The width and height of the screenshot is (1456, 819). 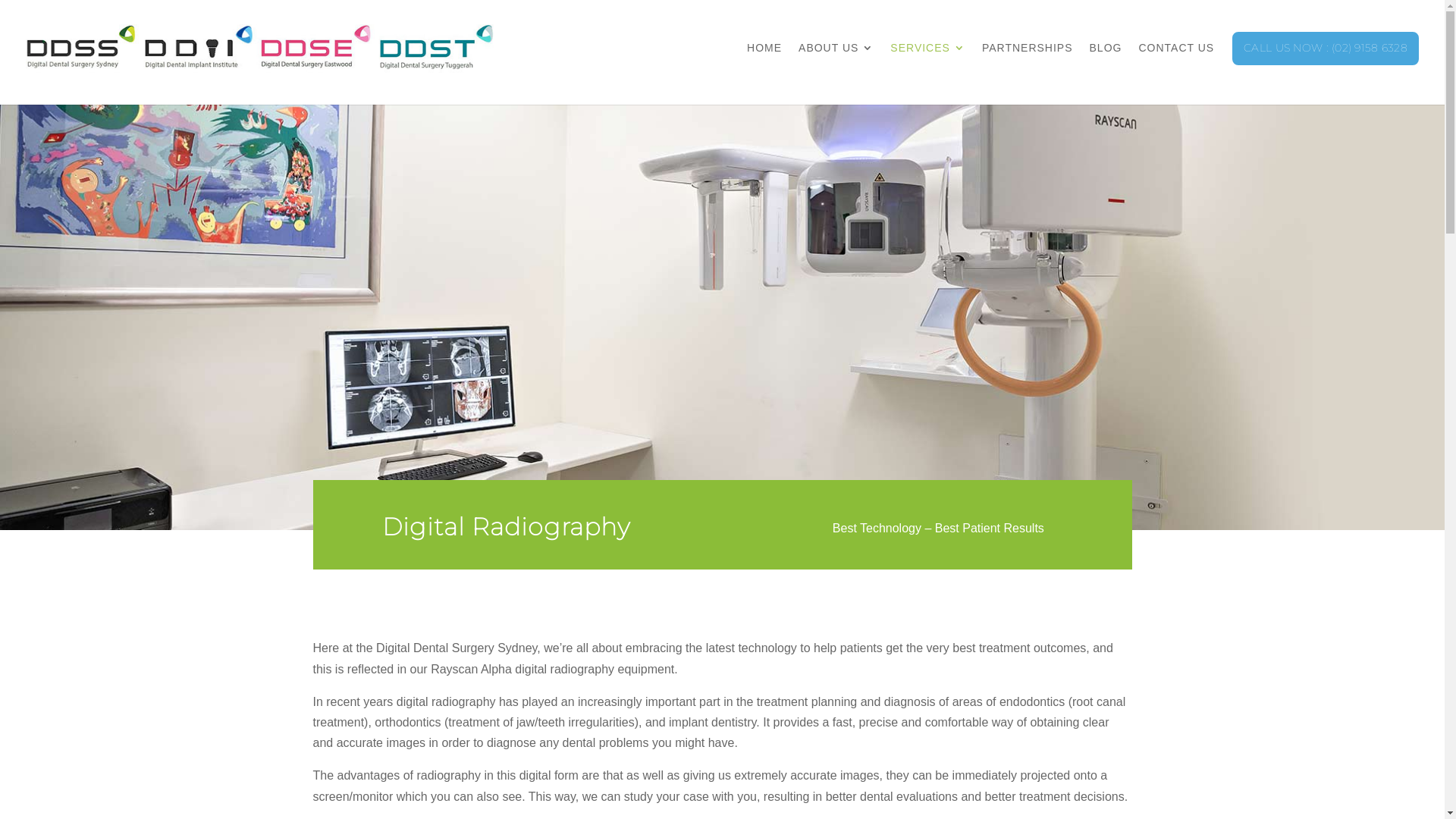 I want to click on 'BLOG', so click(x=1106, y=62).